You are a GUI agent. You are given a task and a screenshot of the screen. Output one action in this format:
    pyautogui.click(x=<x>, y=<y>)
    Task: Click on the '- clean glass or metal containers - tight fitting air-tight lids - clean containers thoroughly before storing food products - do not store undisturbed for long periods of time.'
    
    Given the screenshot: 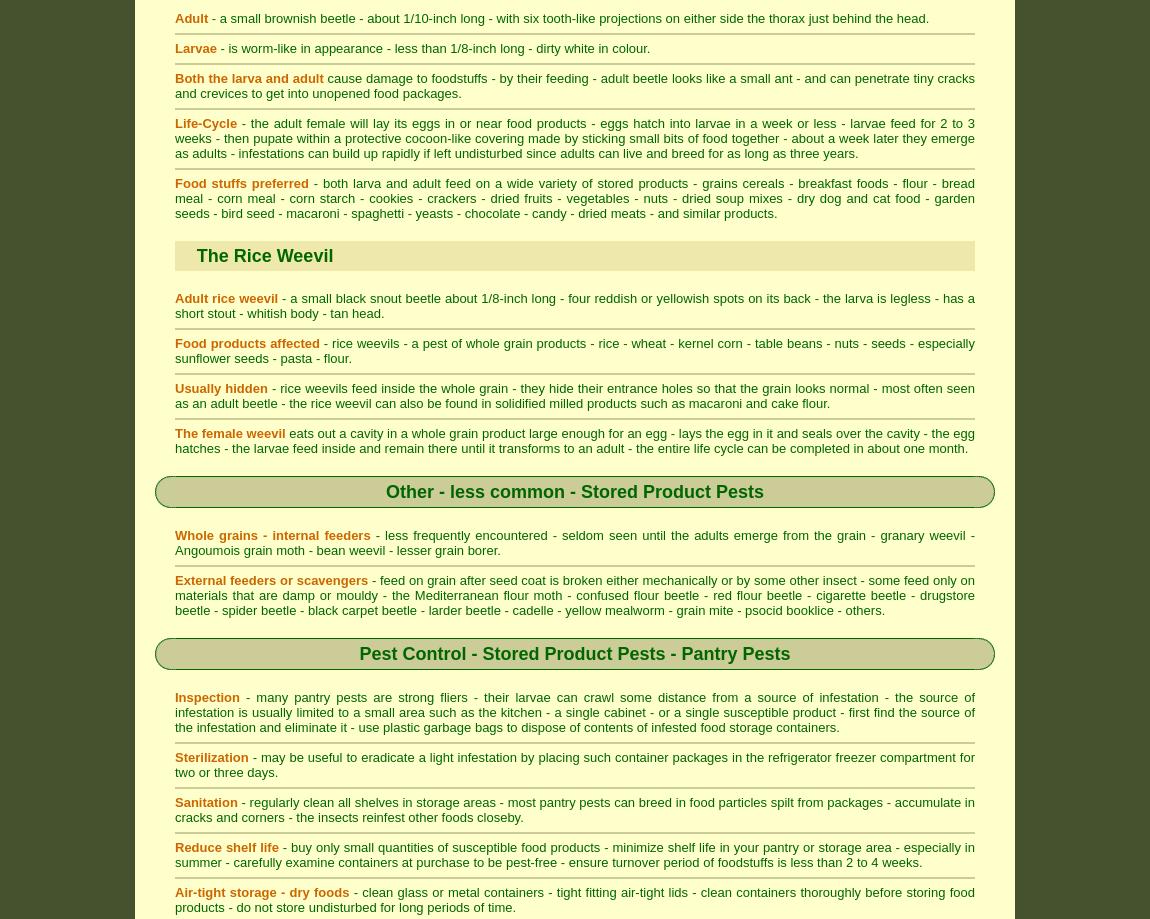 What is the action you would take?
    pyautogui.click(x=174, y=898)
    